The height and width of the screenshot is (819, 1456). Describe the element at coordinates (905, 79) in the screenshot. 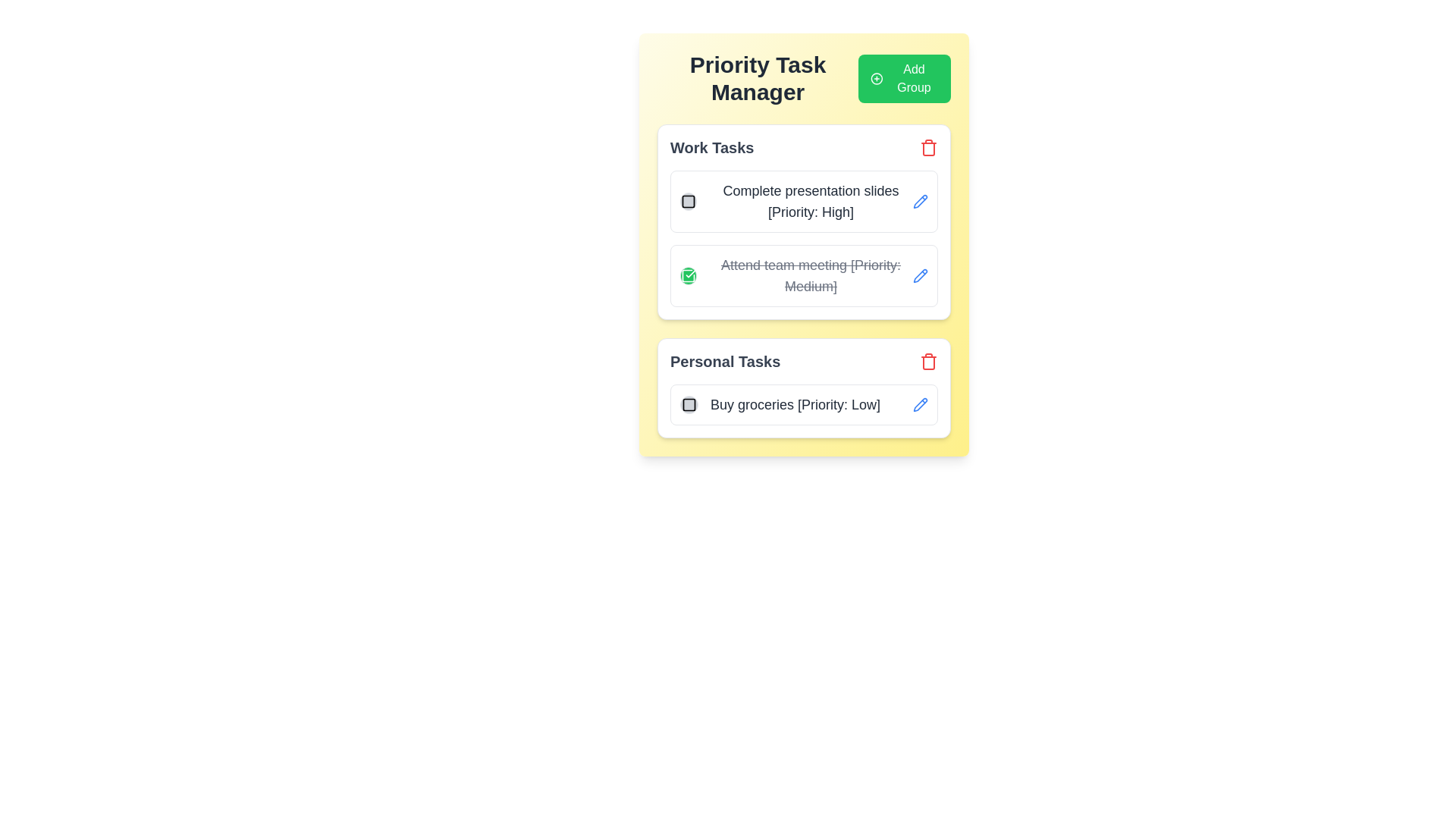

I see `the green rectangular 'Add Group' button with rounded corners located at the top-right corner of the interface` at that location.